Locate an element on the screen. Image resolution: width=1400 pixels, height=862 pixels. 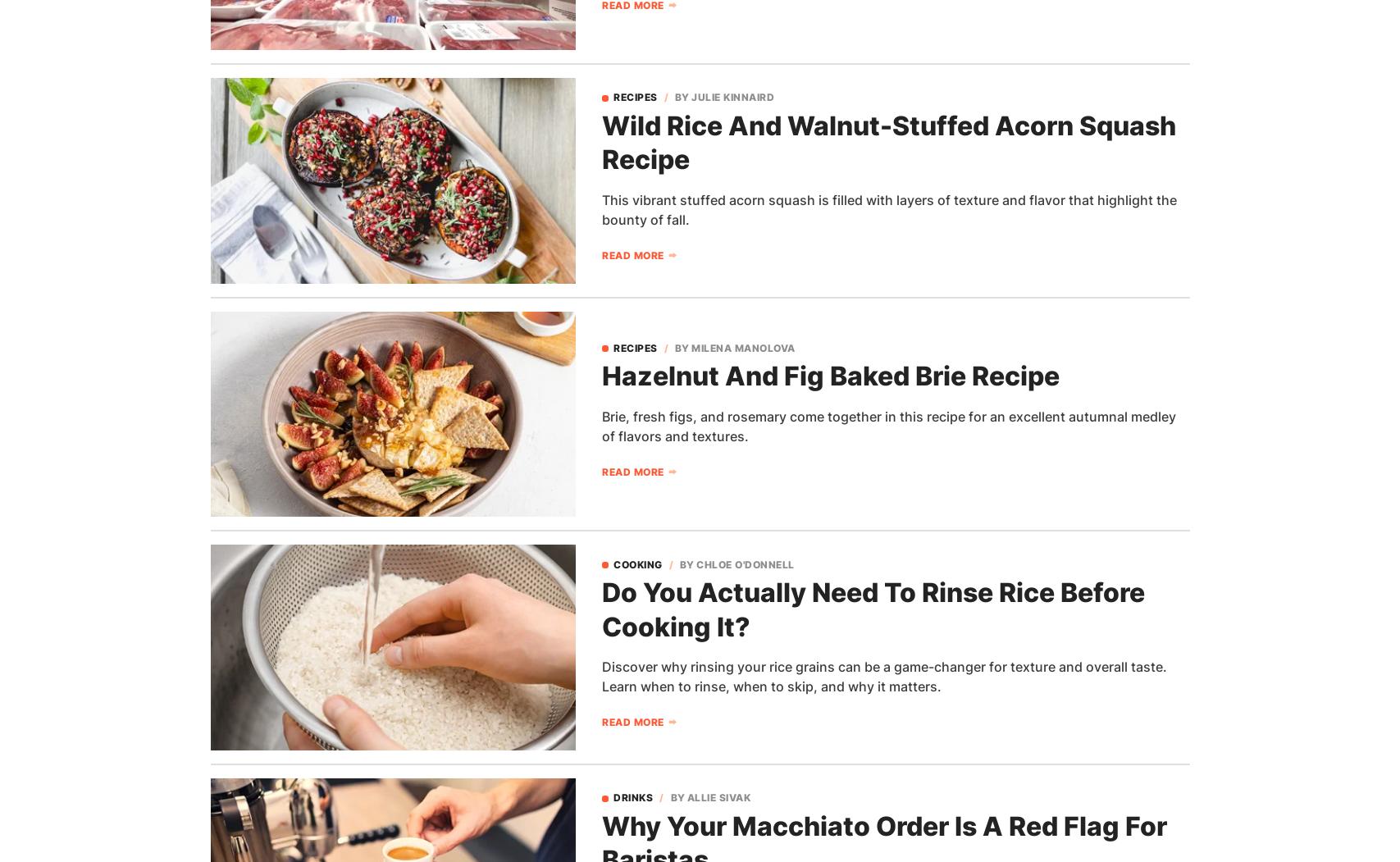
'Milena Manolova' is located at coordinates (742, 347).